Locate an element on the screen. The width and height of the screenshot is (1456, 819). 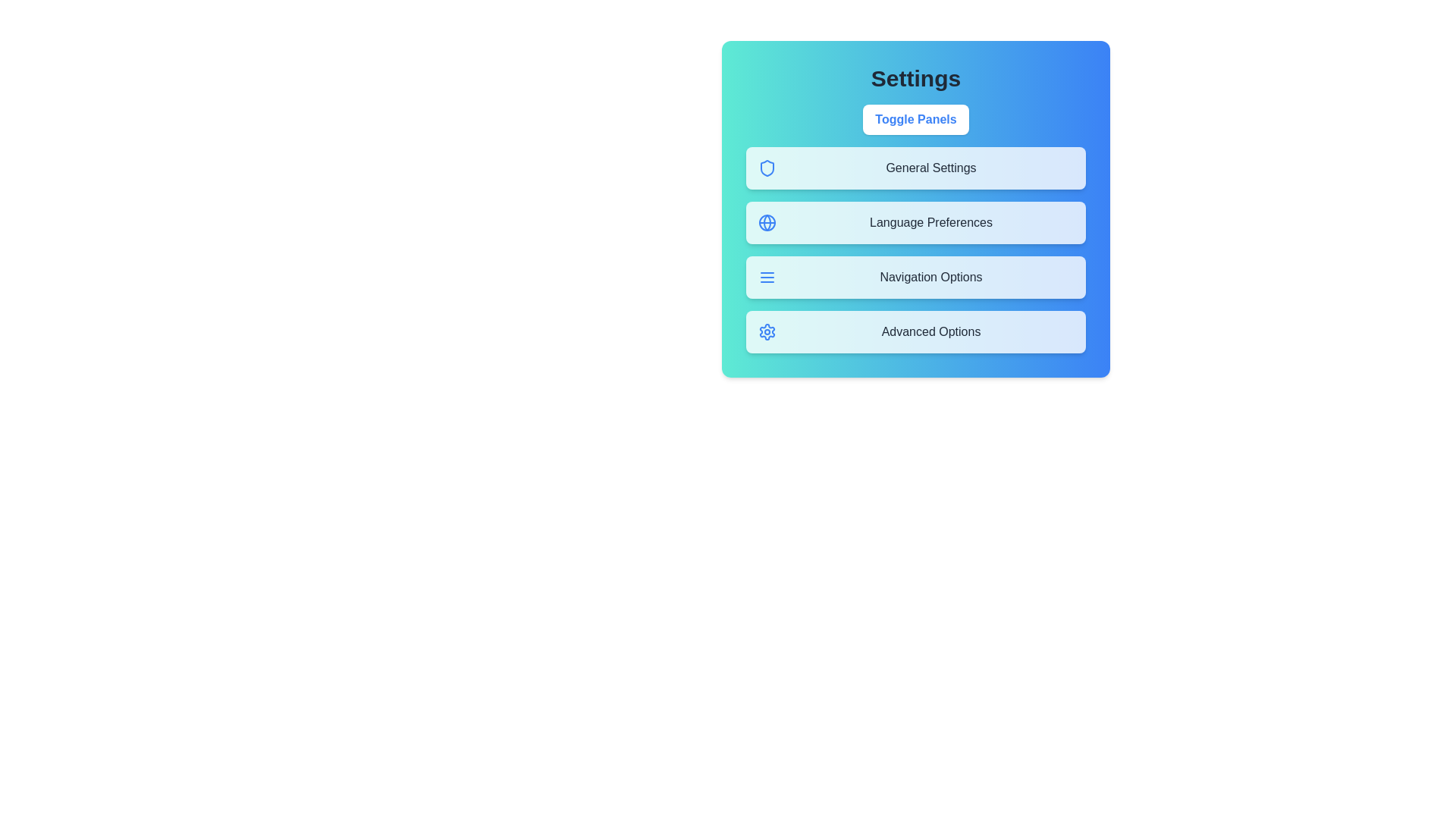
the icon representing Advanced Options to inspect it is located at coordinates (767, 331).